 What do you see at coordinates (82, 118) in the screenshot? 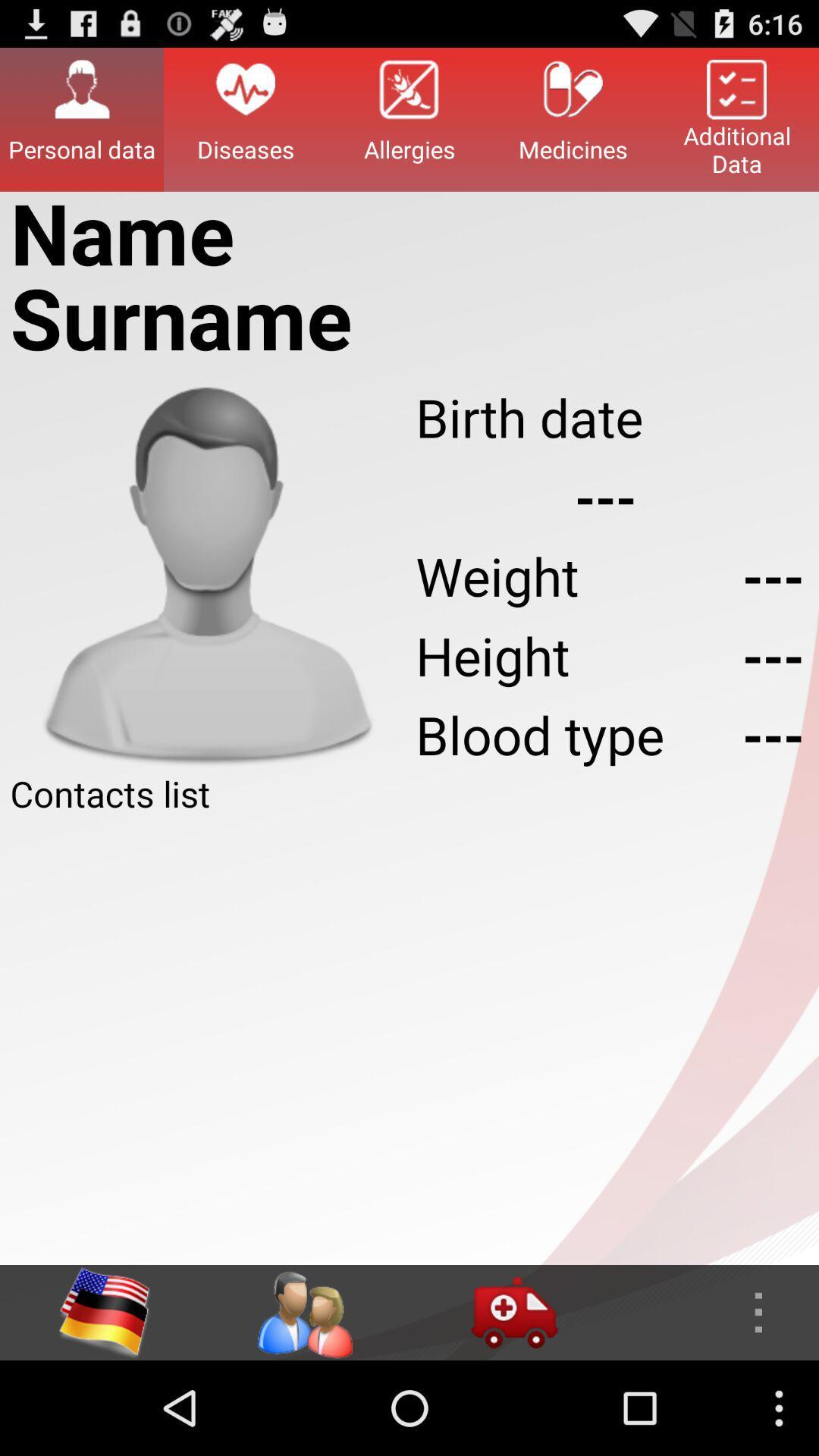
I see `item next to diseases item` at bounding box center [82, 118].